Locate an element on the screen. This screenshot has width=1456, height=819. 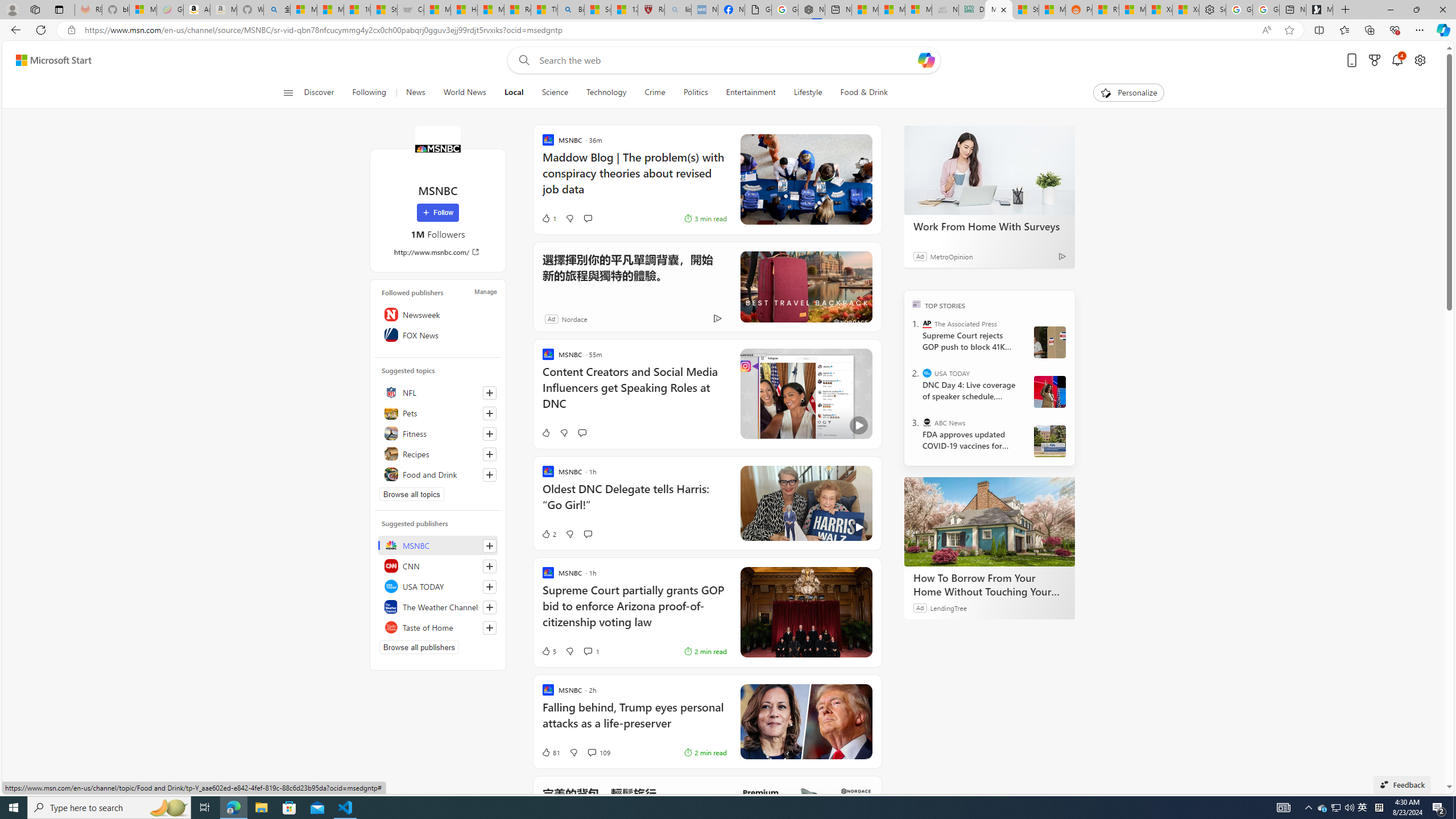
'Food & Drink' is located at coordinates (864, 92).